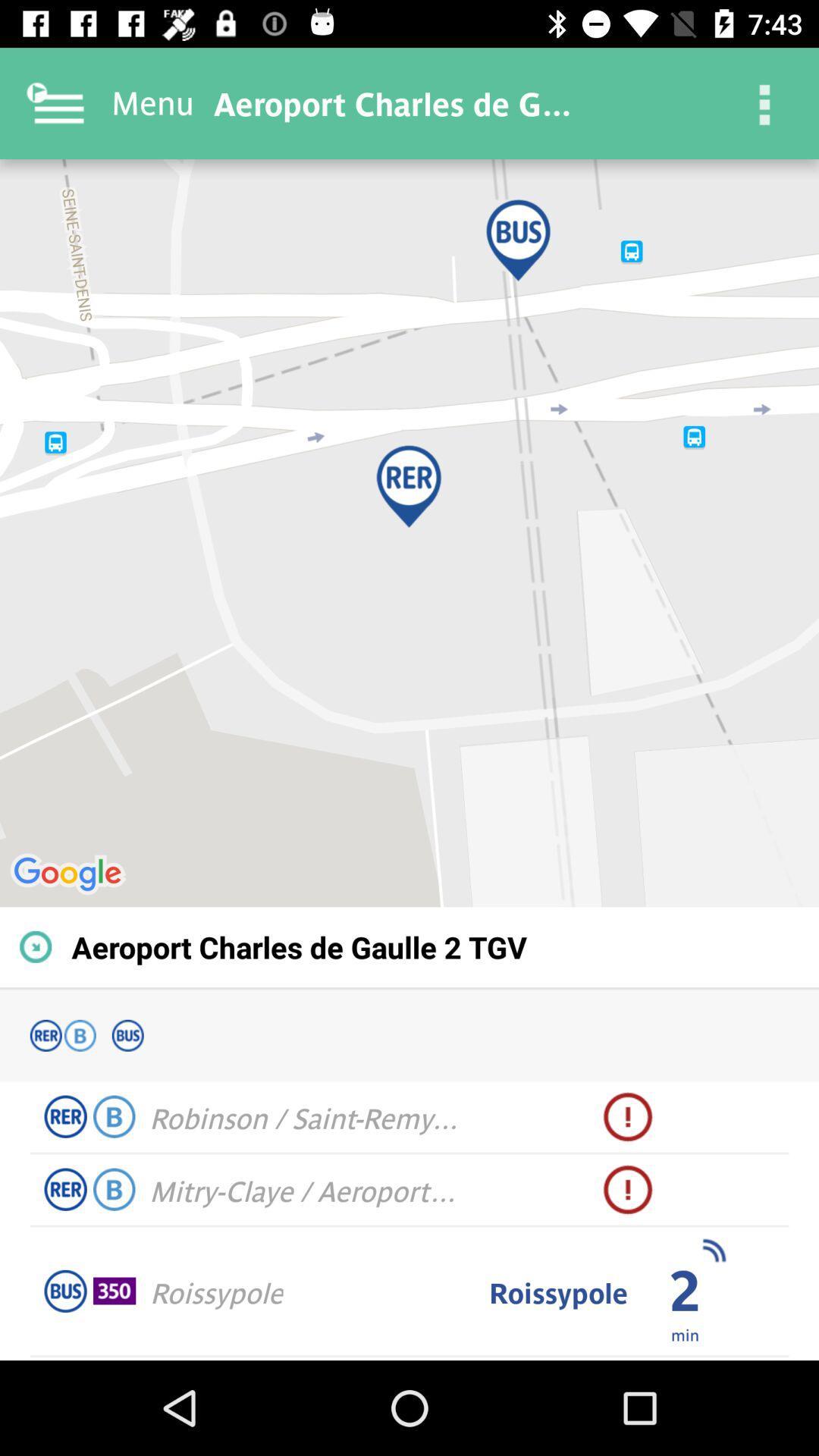 The height and width of the screenshot is (1456, 819). Describe the element at coordinates (409, 533) in the screenshot. I see `the item above aeroport charles de` at that location.